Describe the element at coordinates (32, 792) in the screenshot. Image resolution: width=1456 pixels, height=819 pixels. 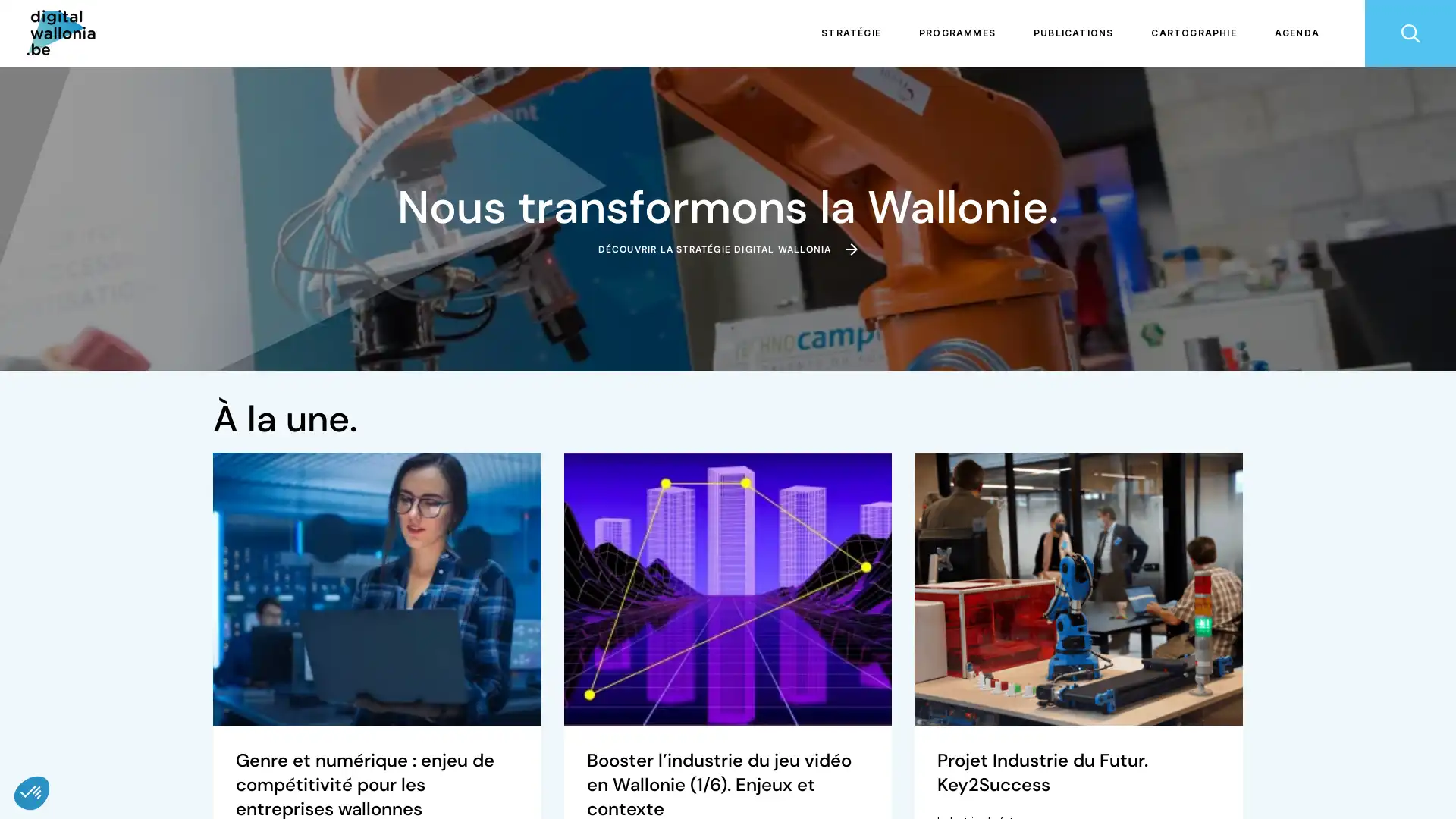
I see `Fermer` at that location.